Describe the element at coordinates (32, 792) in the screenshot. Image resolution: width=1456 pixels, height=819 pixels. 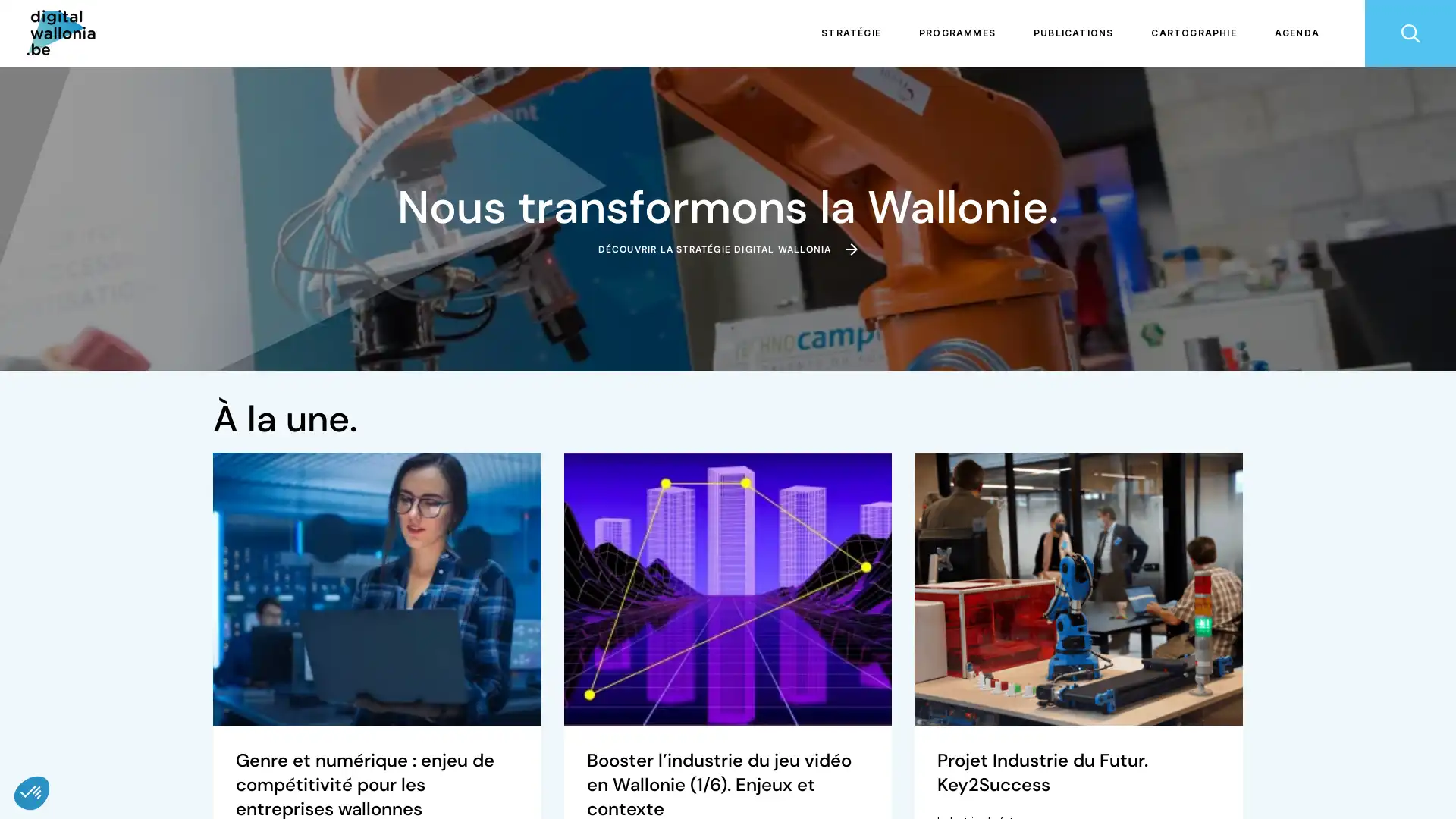
I see `Fermer` at that location.